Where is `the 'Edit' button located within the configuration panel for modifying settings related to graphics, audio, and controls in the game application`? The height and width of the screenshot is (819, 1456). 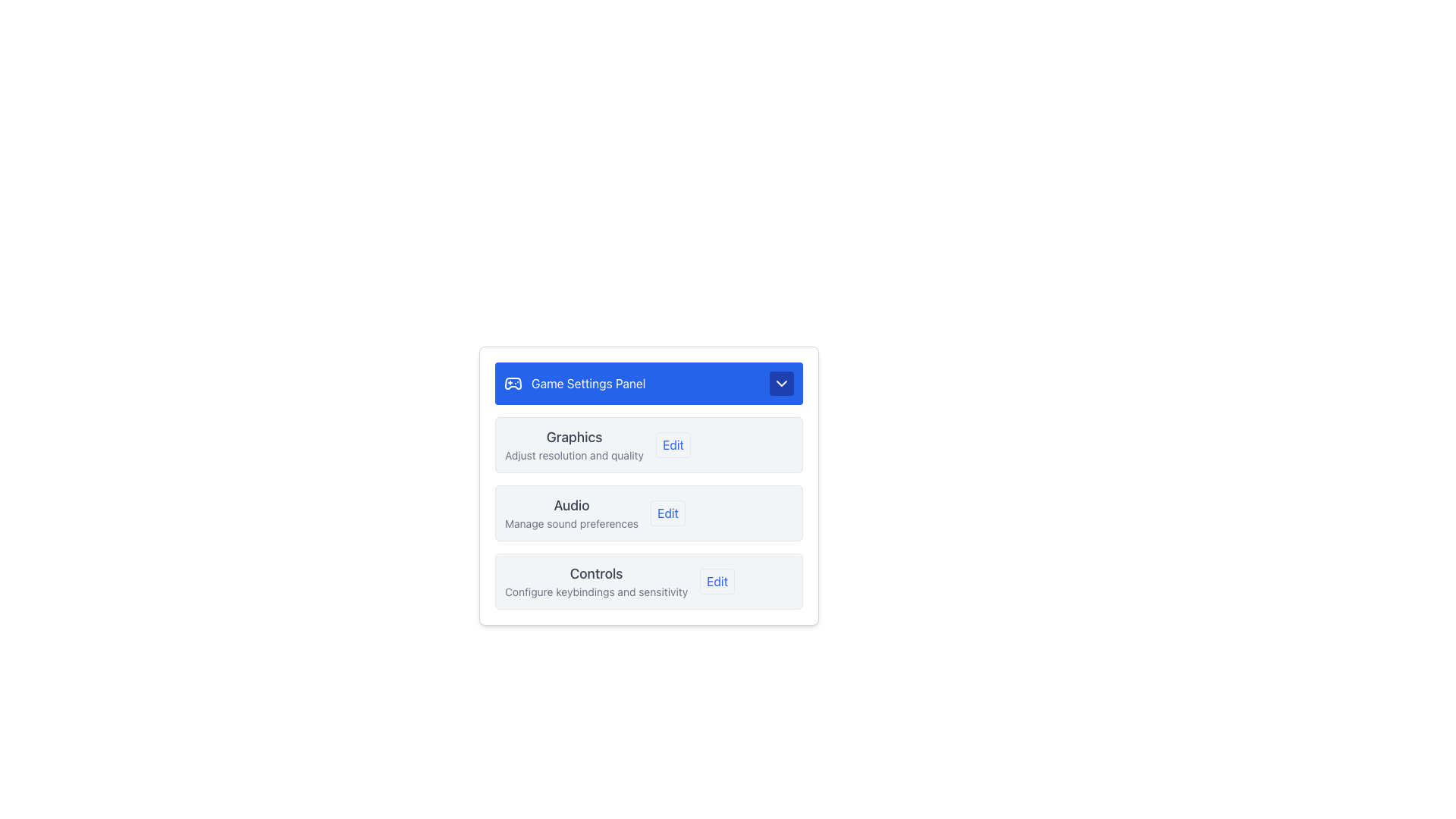 the 'Edit' button located within the configuration panel for modifying settings related to graphics, audio, and controls in the game application is located at coordinates (648, 485).